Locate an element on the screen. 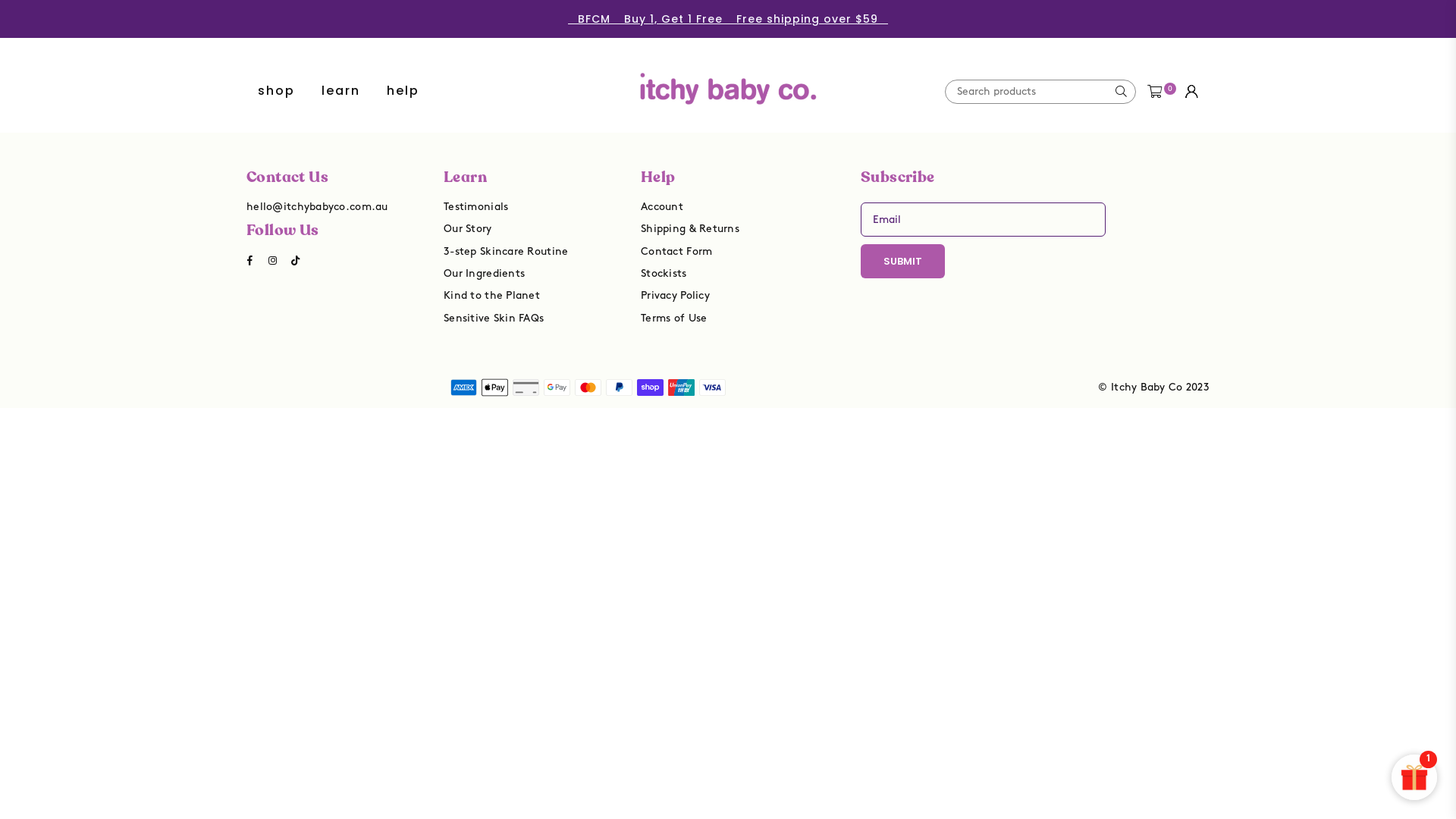  'Our Ingredients' is located at coordinates (483, 273).